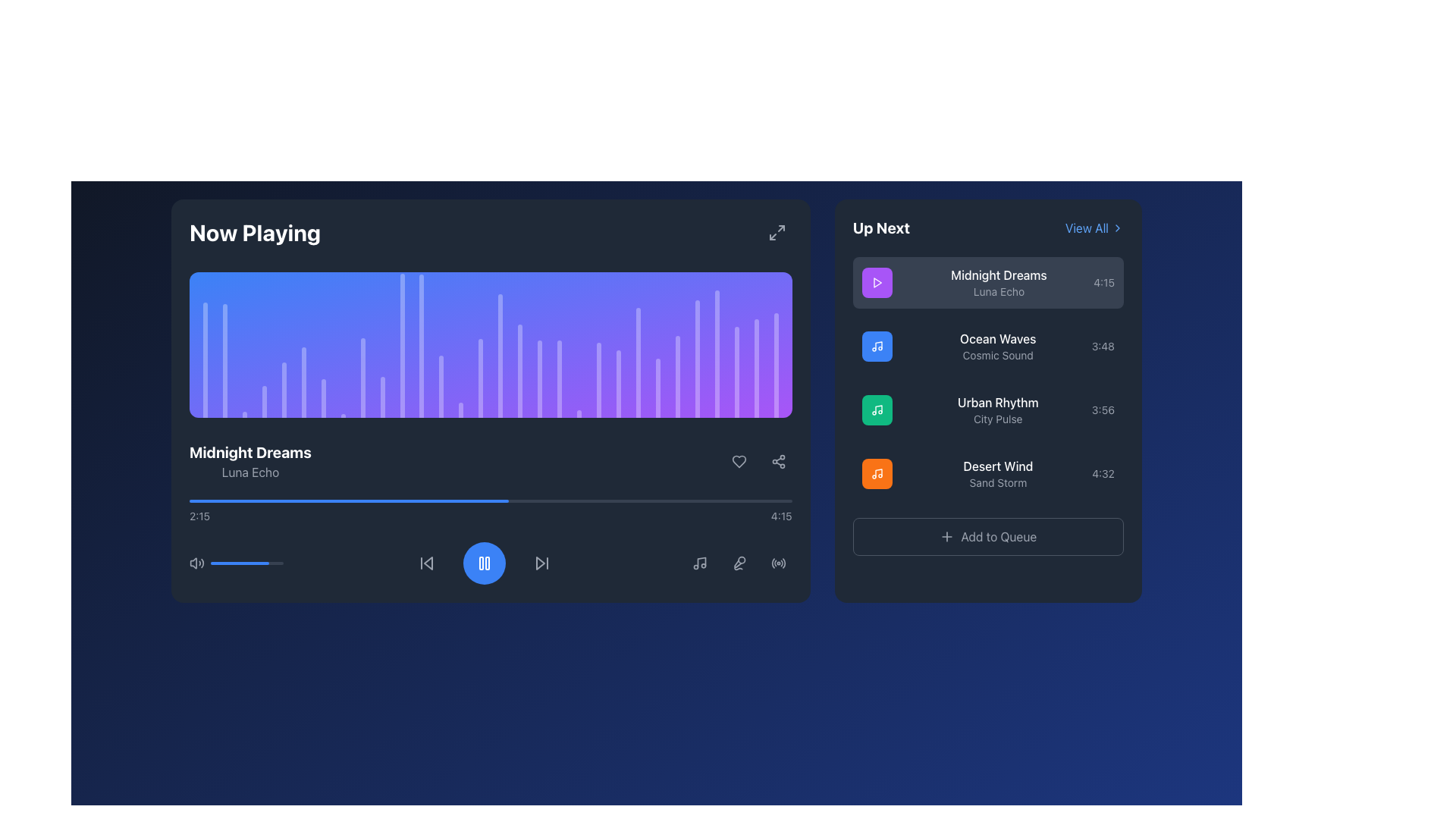 This screenshot has height=819, width=1456. I want to click on the progress bar, so click(466, 500).